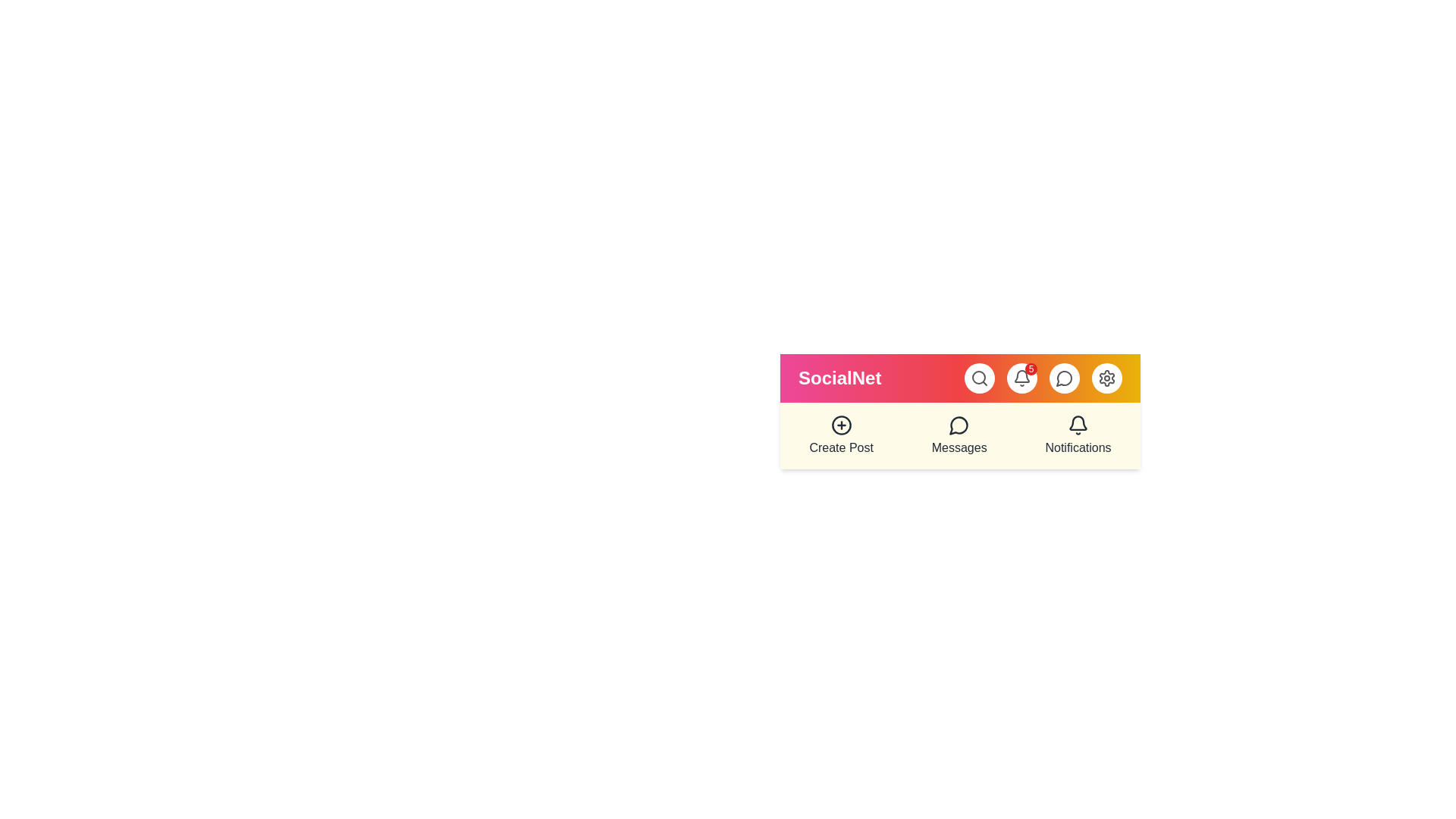 This screenshot has height=819, width=1456. Describe the element at coordinates (839, 435) in the screenshot. I see `the 'Create Post' button` at that location.